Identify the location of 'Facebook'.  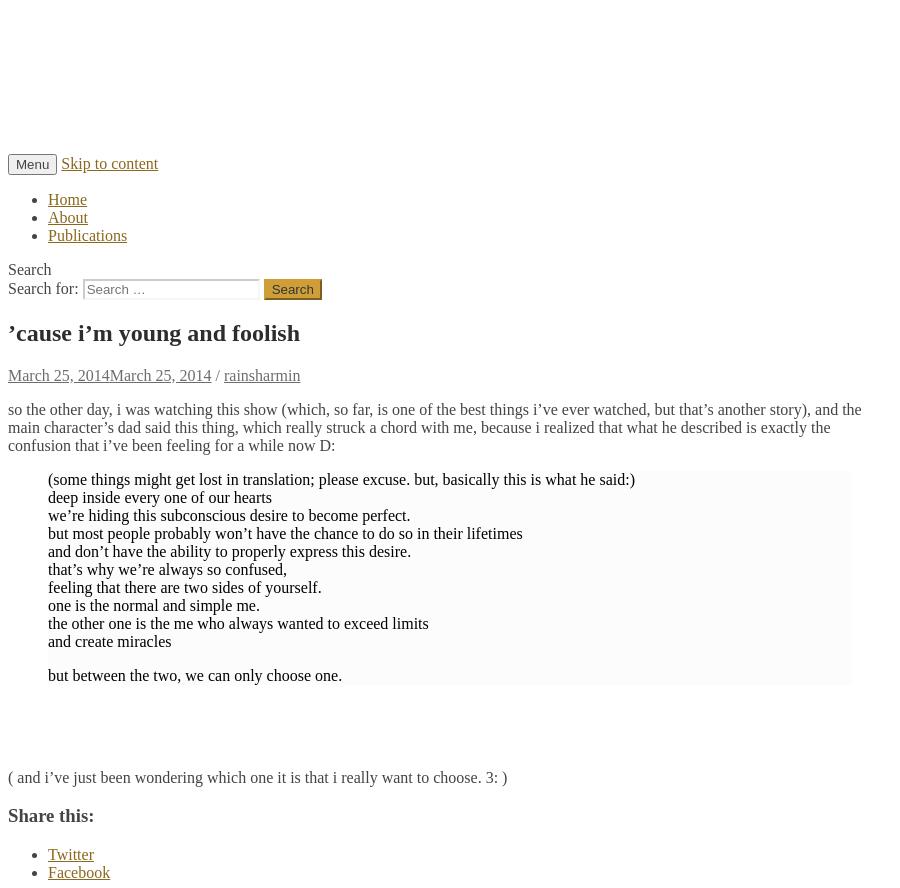
(46, 871).